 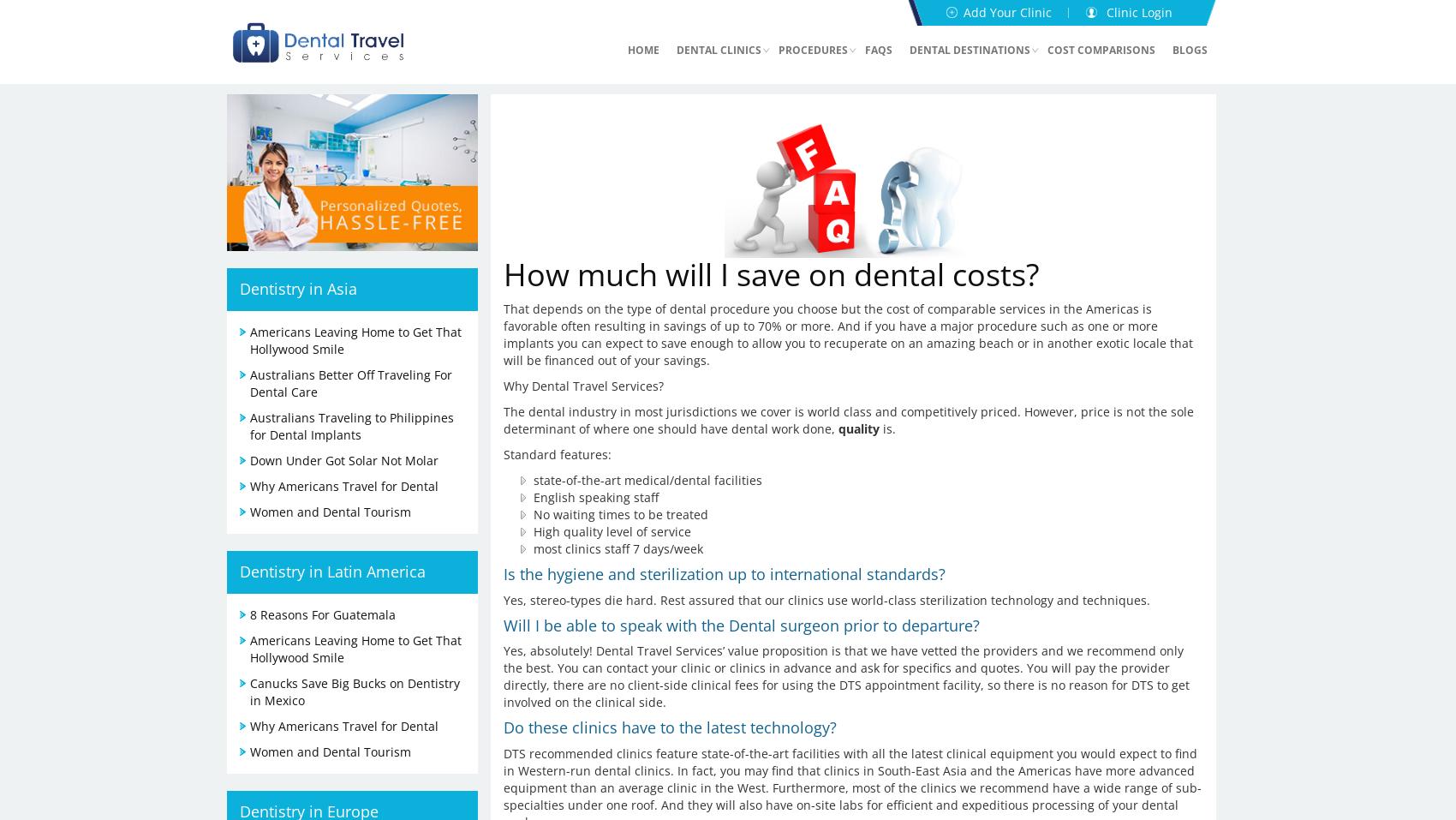 What do you see at coordinates (582, 384) in the screenshot?
I see `'Why Dental Travel Services?'` at bounding box center [582, 384].